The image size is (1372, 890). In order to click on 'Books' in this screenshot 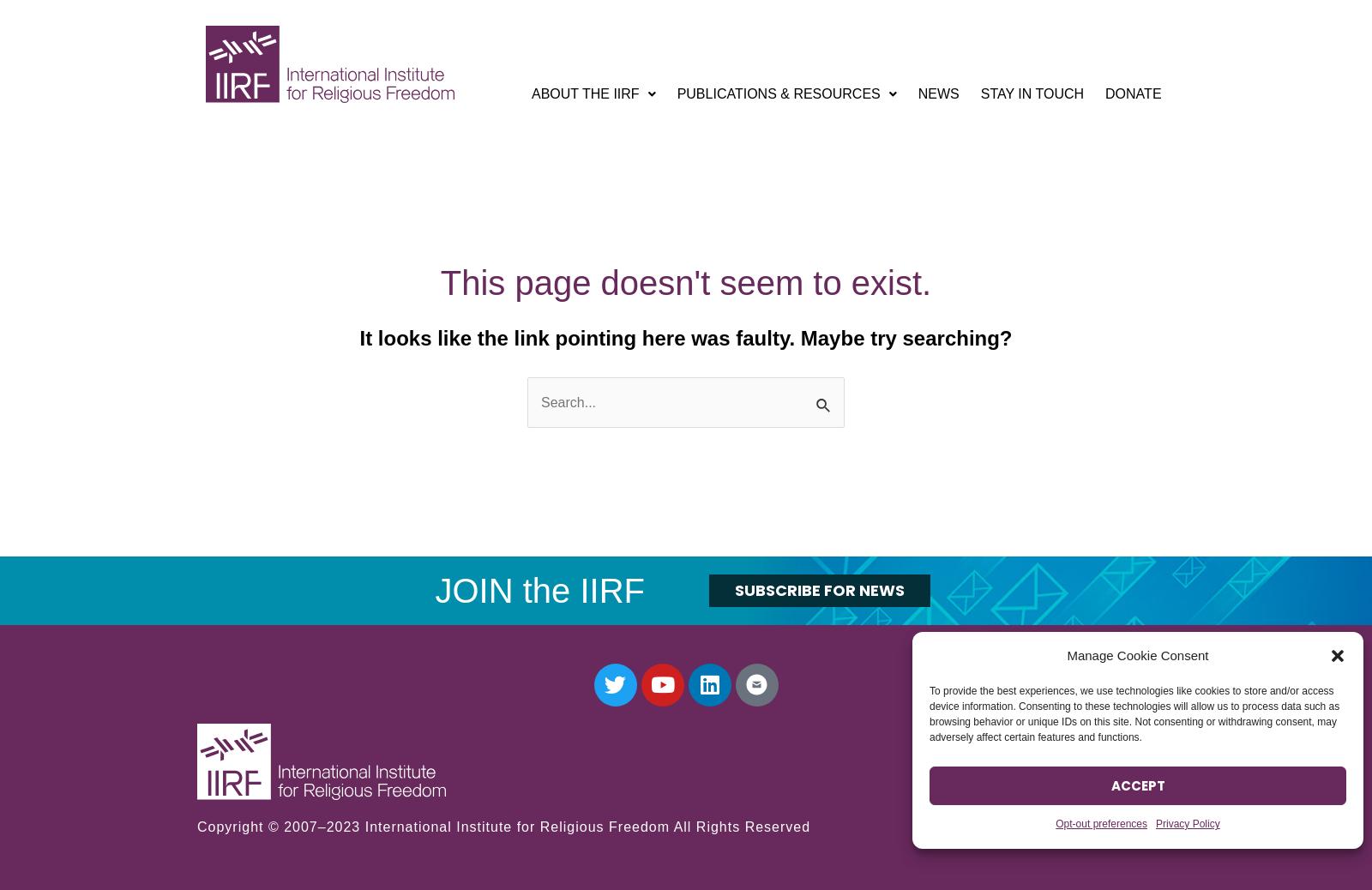, I will do `click(717, 257)`.